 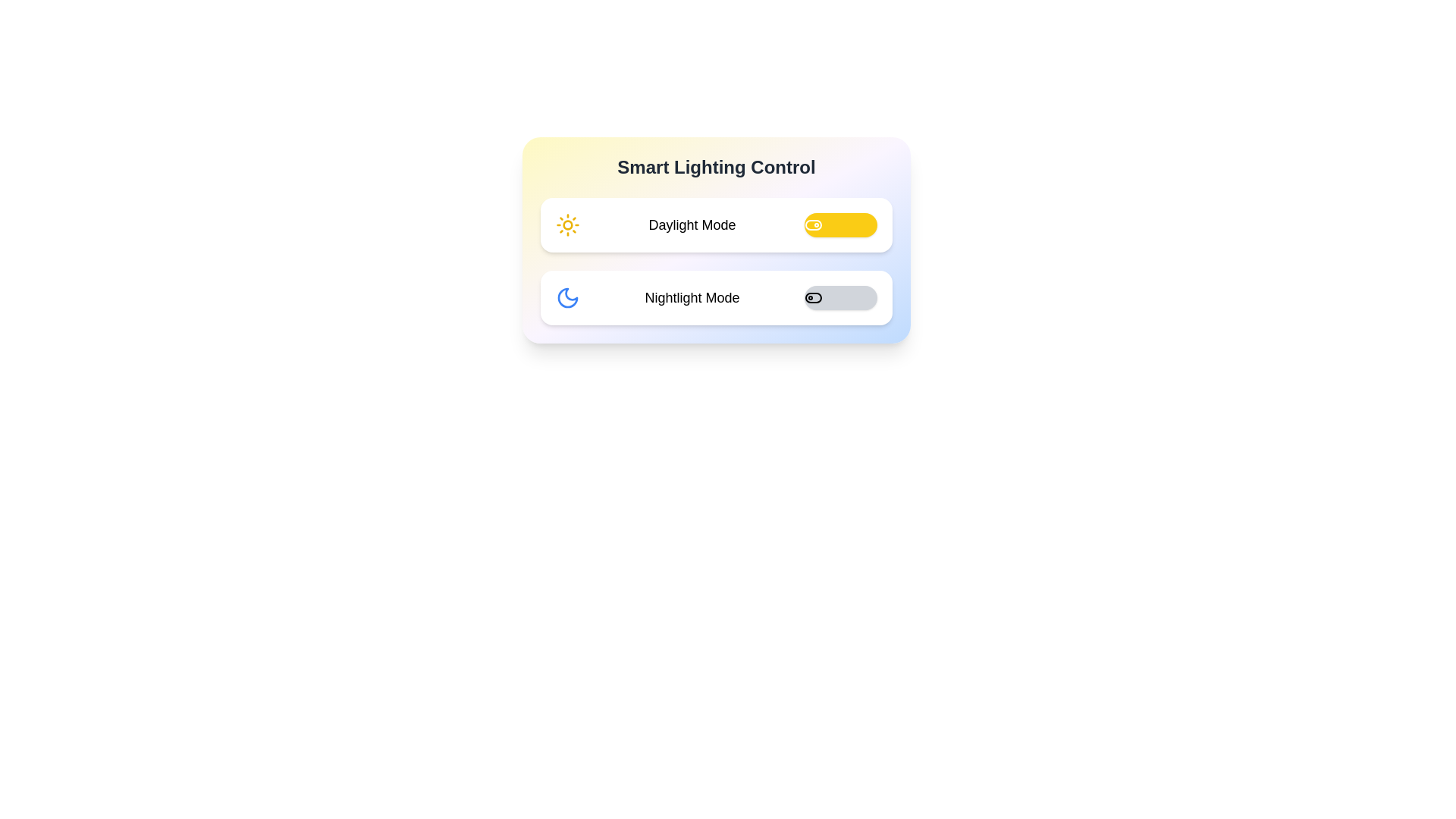 I want to click on the blue moon icon located in the 'Smart Lighting Control' section, positioned to the left of the 'Nightlight Mode' text, so click(x=566, y=298).